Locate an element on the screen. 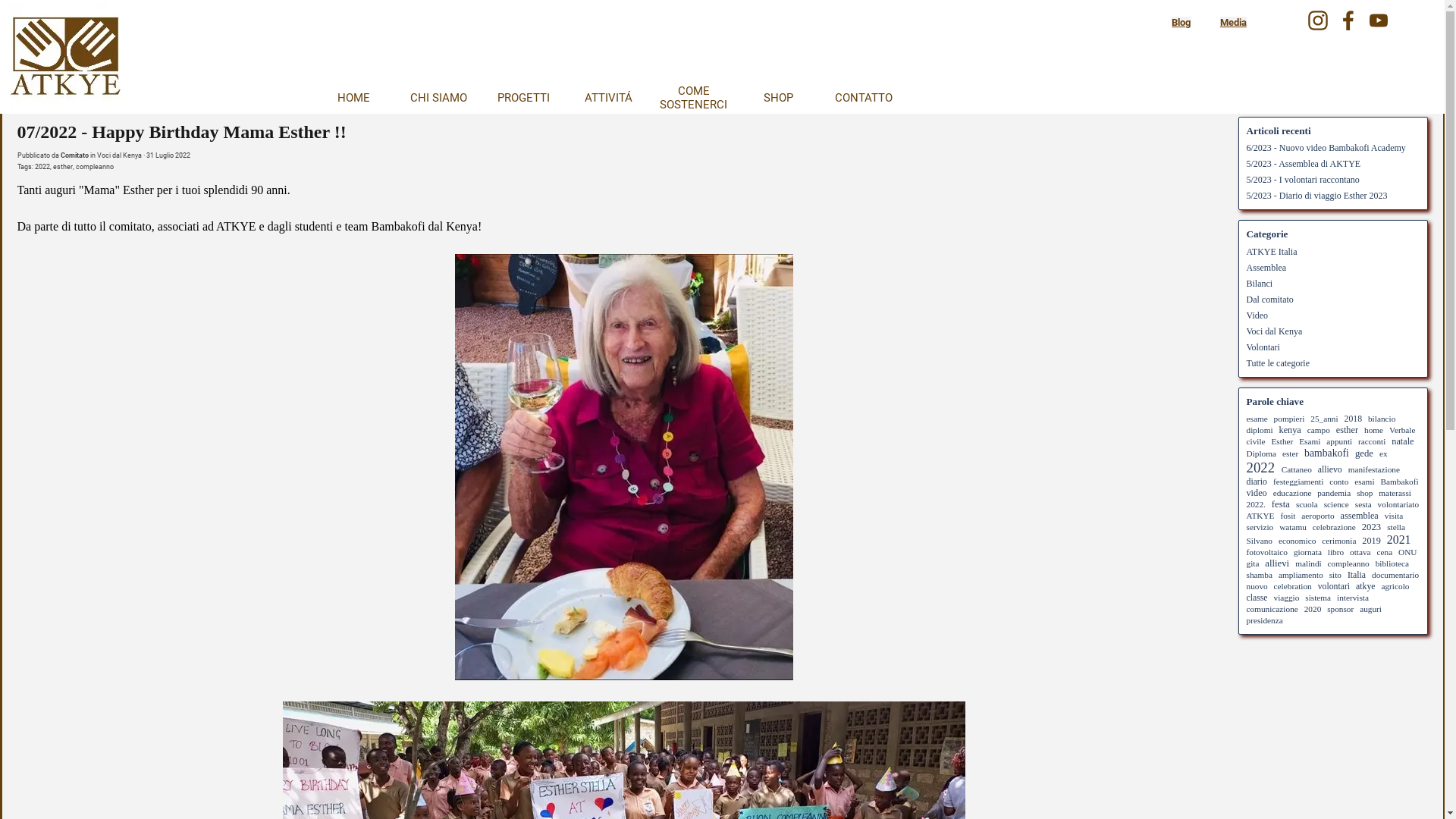 This screenshot has height=819, width=1456. 'CONTATTO' is located at coordinates (862, 97).